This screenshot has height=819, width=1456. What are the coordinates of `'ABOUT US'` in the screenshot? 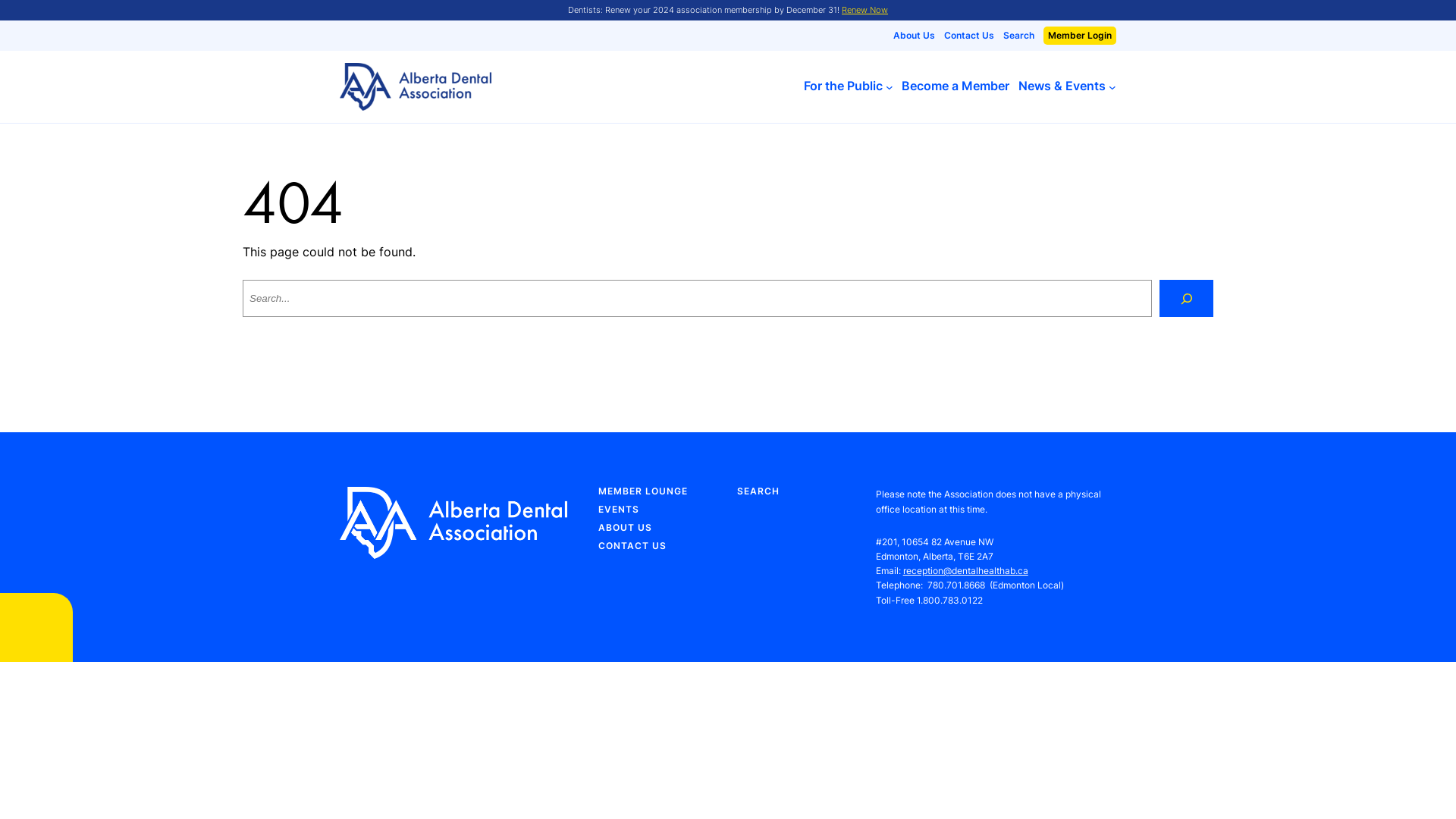 It's located at (625, 526).